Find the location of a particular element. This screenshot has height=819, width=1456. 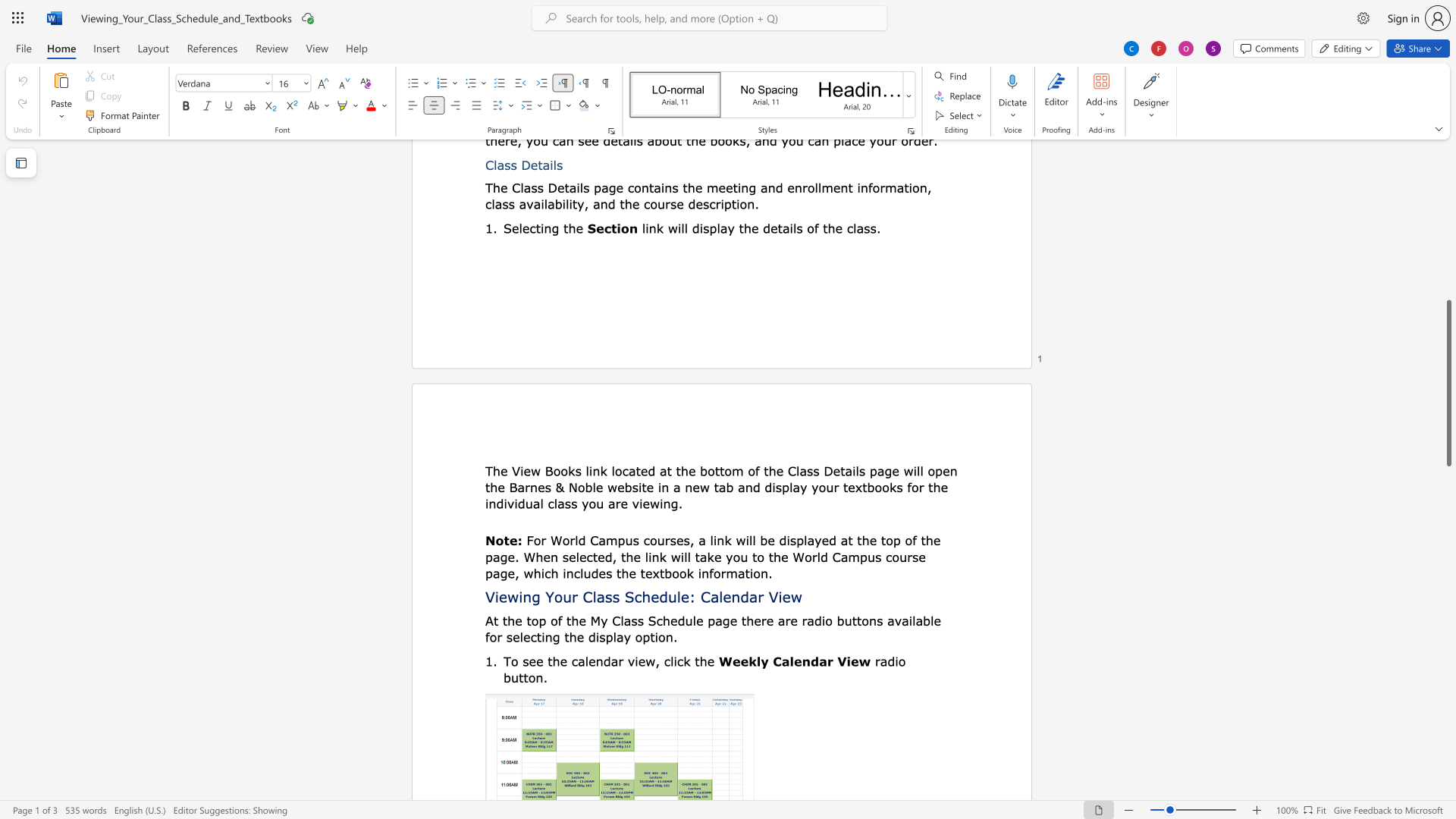

the scrollbar to move the view up is located at coordinates (1448, 234).